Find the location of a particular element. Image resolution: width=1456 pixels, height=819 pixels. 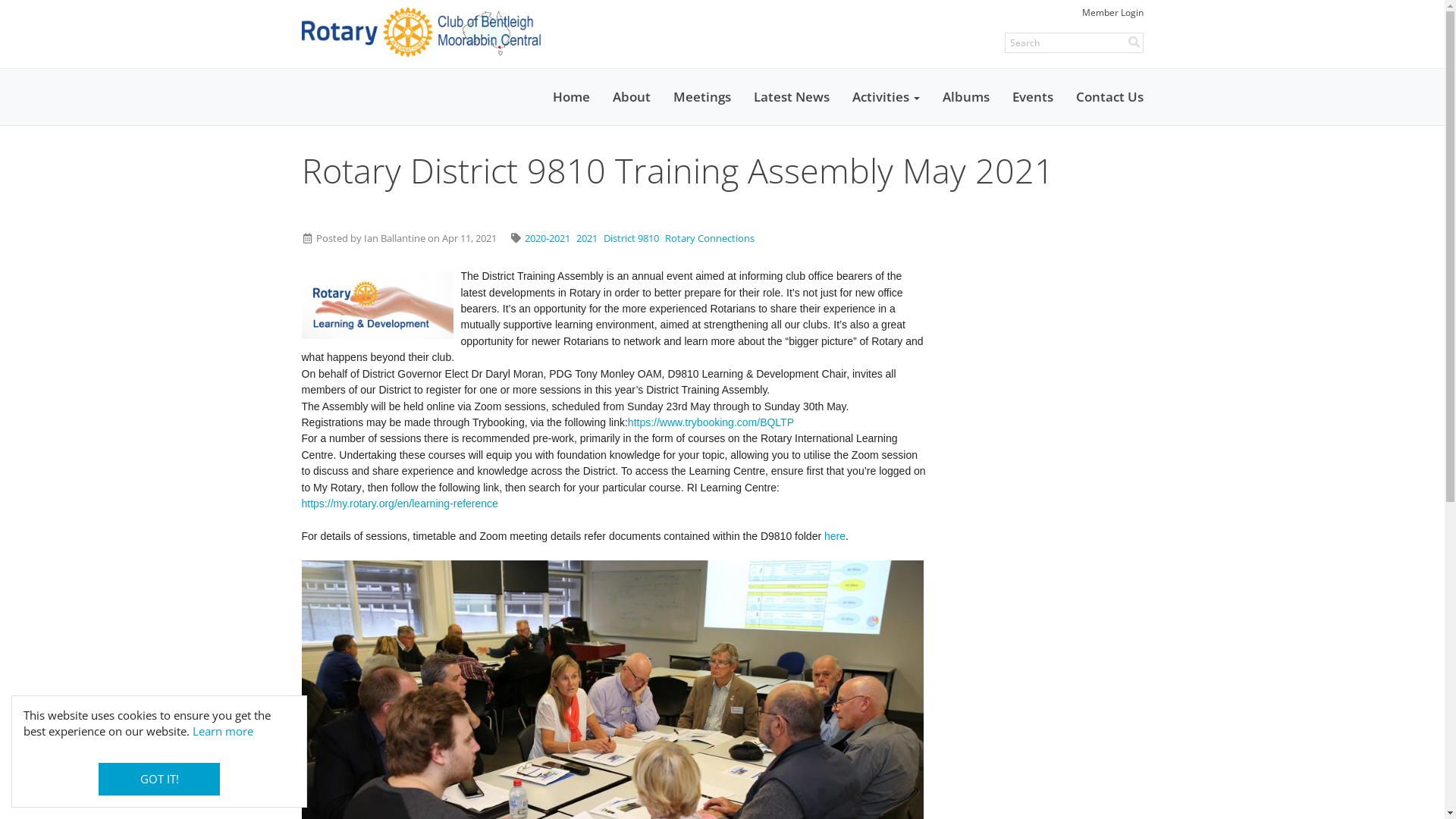

'Albums' is located at coordinates (930, 96).